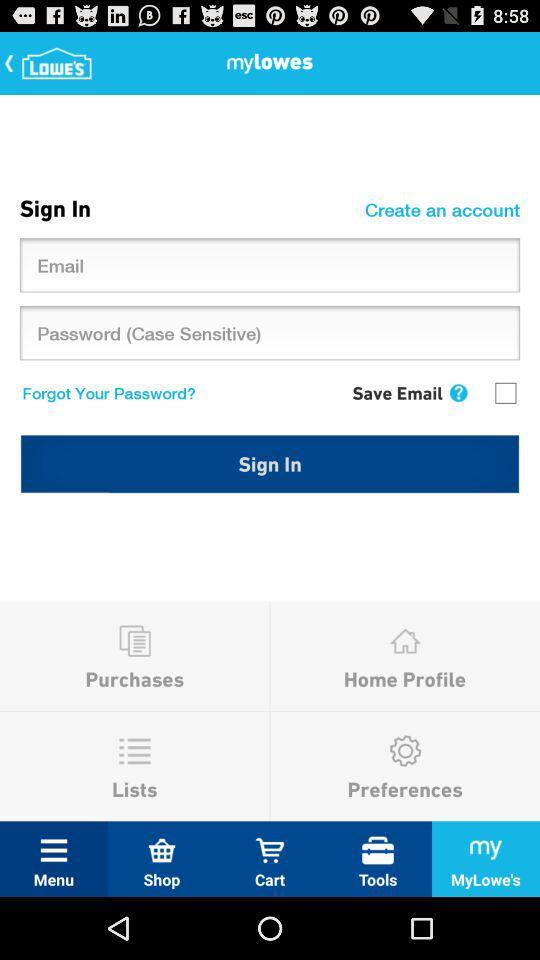 The image size is (540, 960). Describe the element at coordinates (405, 750) in the screenshot. I see `the preferences icon` at that location.